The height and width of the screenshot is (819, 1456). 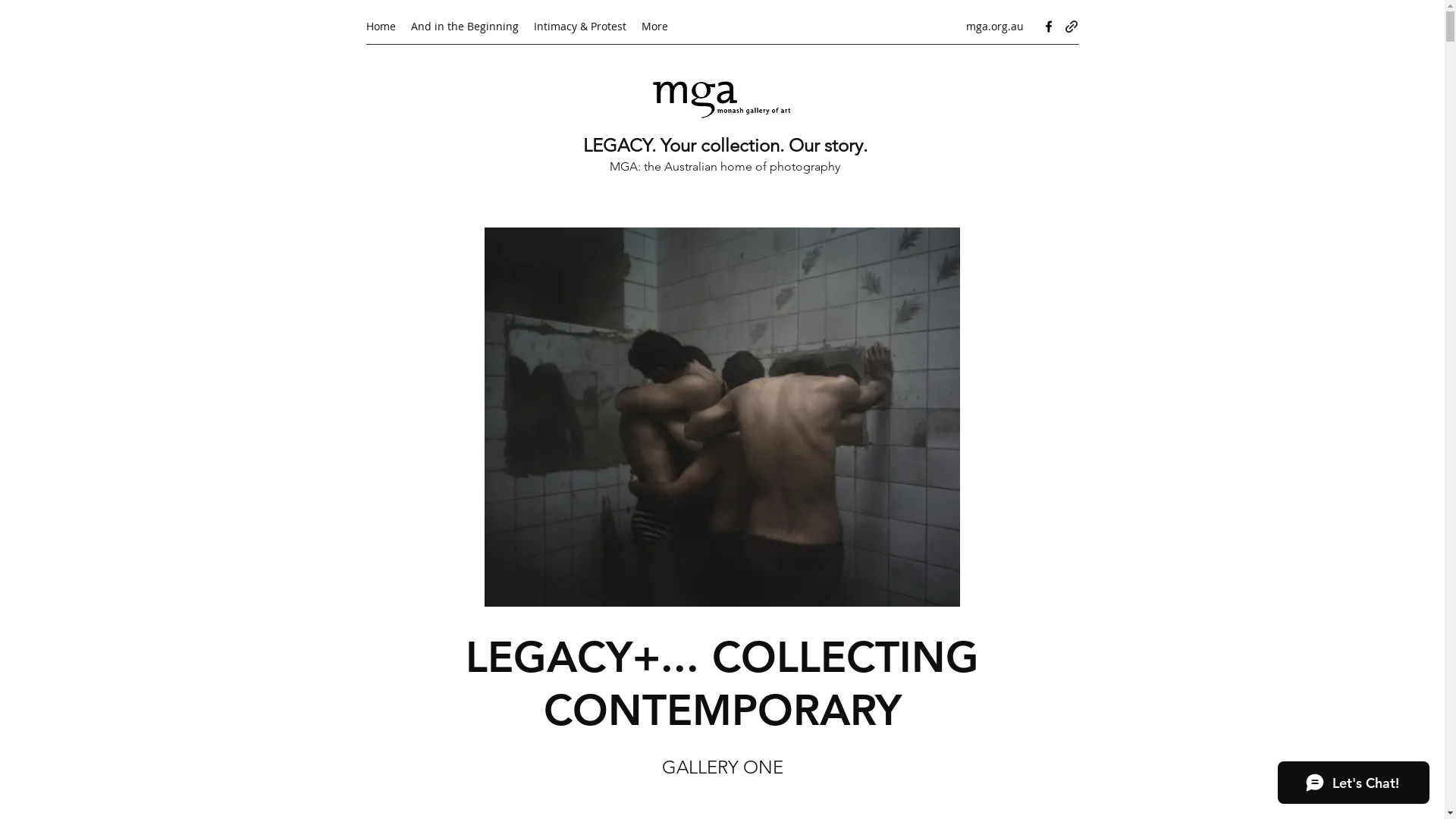 What do you see at coordinates (579, 26) in the screenshot?
I see `'Intimacy & Protest'` at bounding box center [579, 26].